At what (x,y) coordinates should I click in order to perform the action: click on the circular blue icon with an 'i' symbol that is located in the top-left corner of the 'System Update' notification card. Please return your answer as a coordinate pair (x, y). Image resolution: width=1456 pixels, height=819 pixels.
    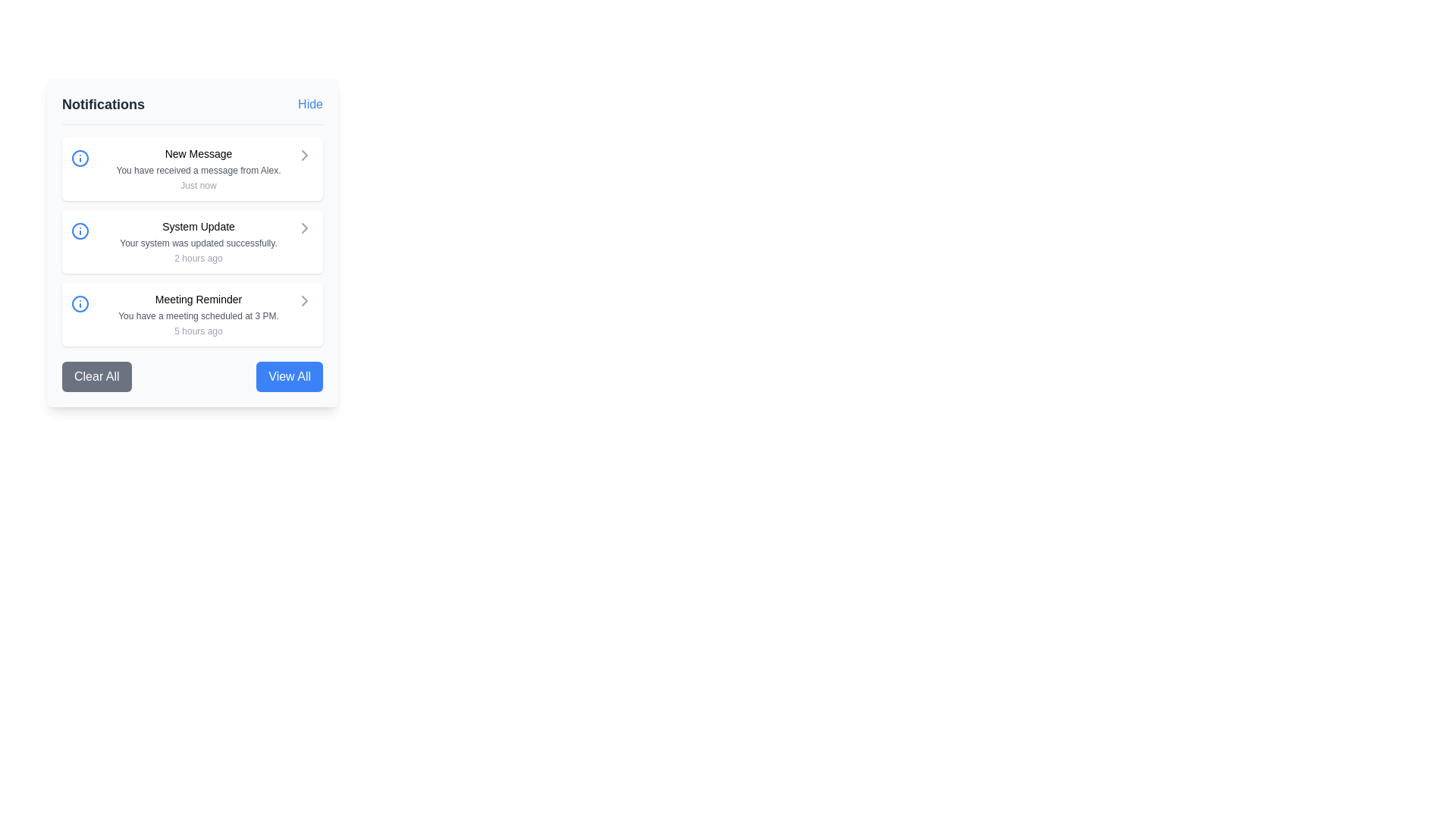
    Looking at the image, I should click on (79, 231).